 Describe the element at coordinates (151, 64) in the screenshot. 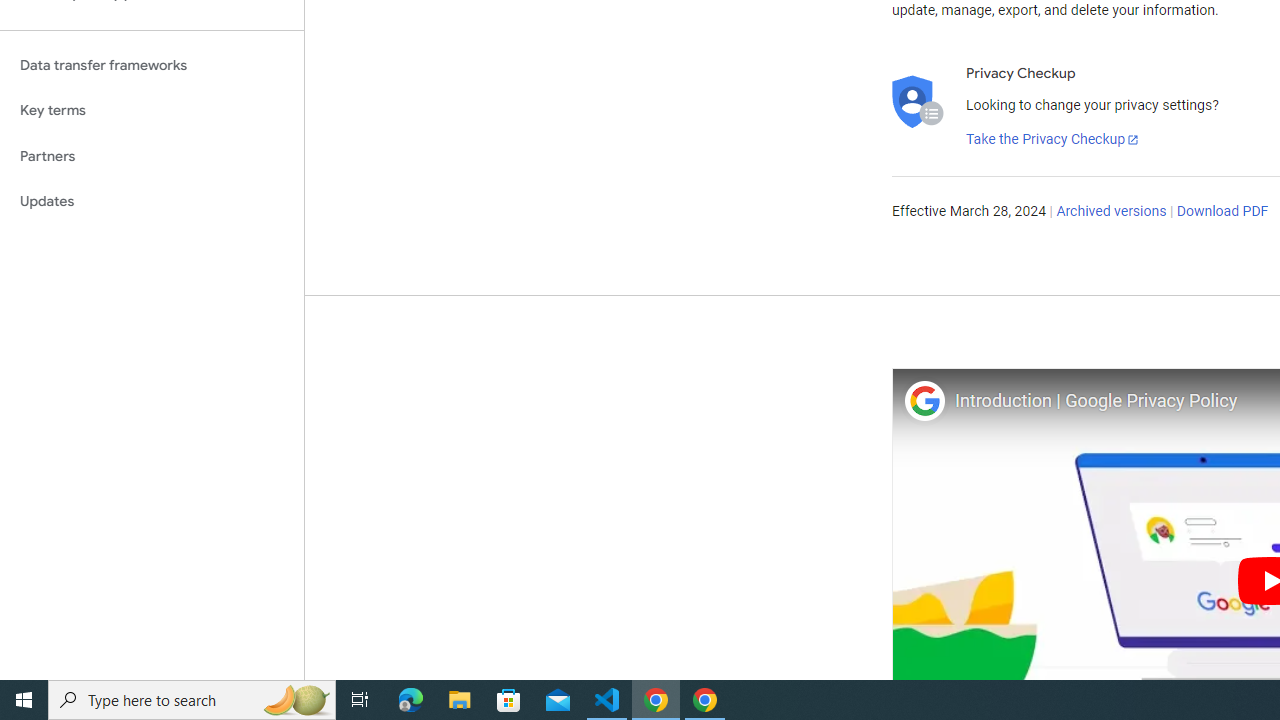

I see `'Data transfer frameworks'` at that location.